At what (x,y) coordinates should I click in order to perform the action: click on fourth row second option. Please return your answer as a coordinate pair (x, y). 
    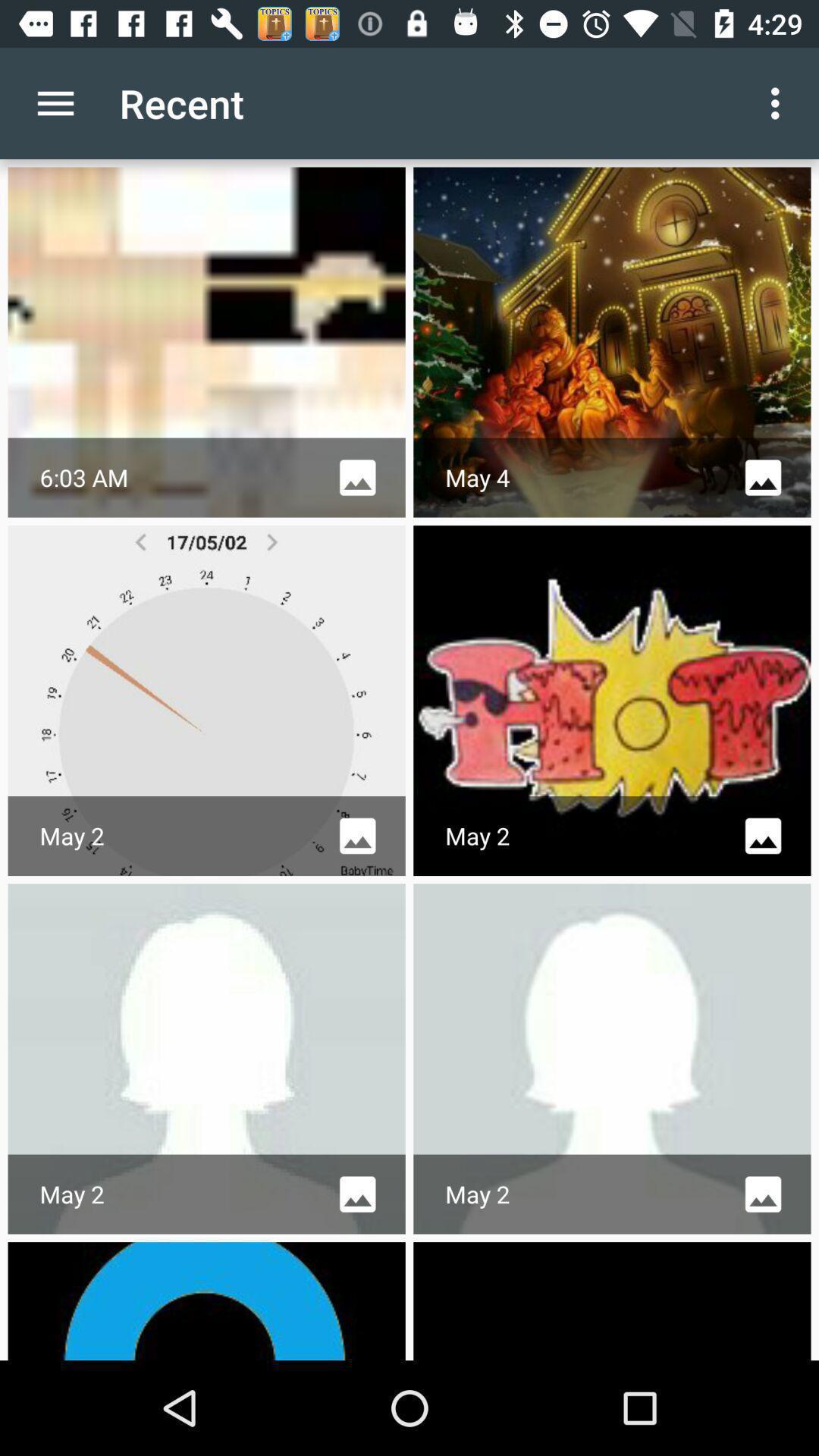
    Looking at the image, I should click on (611, 1300).